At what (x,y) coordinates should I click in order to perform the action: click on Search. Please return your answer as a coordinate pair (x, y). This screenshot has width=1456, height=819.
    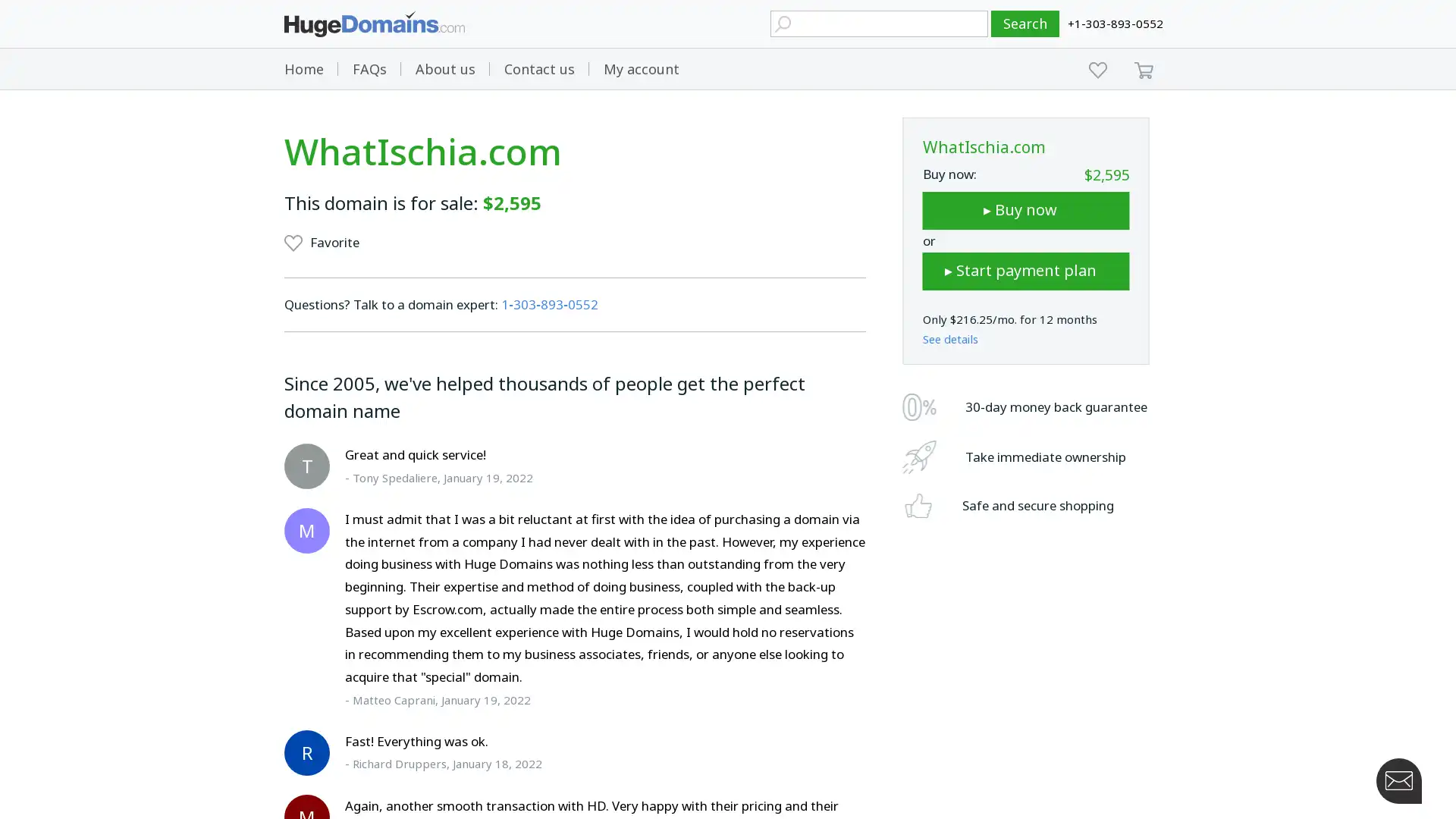
    Looking at the image, I should click on (1025, 24).